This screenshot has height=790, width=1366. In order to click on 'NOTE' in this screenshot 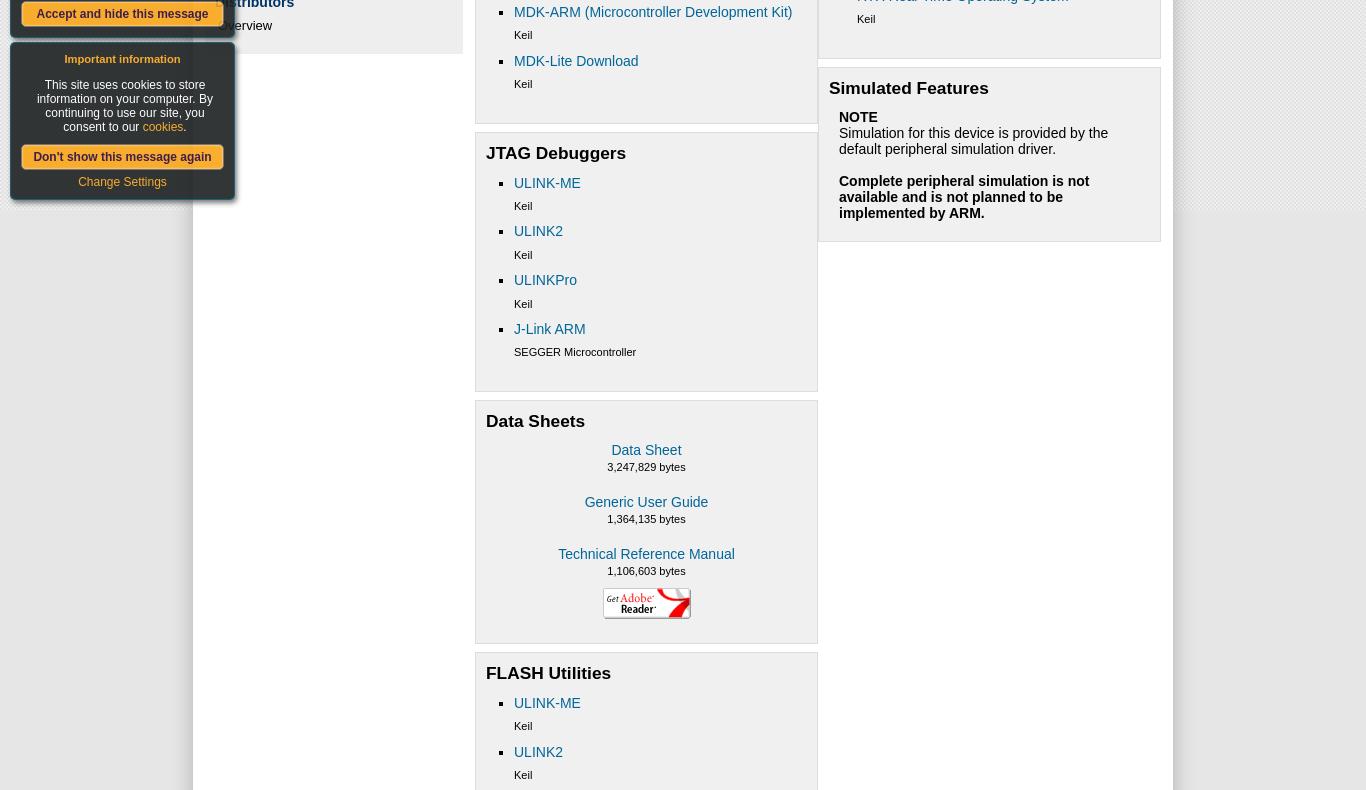, I will do `click(856, 115)`.